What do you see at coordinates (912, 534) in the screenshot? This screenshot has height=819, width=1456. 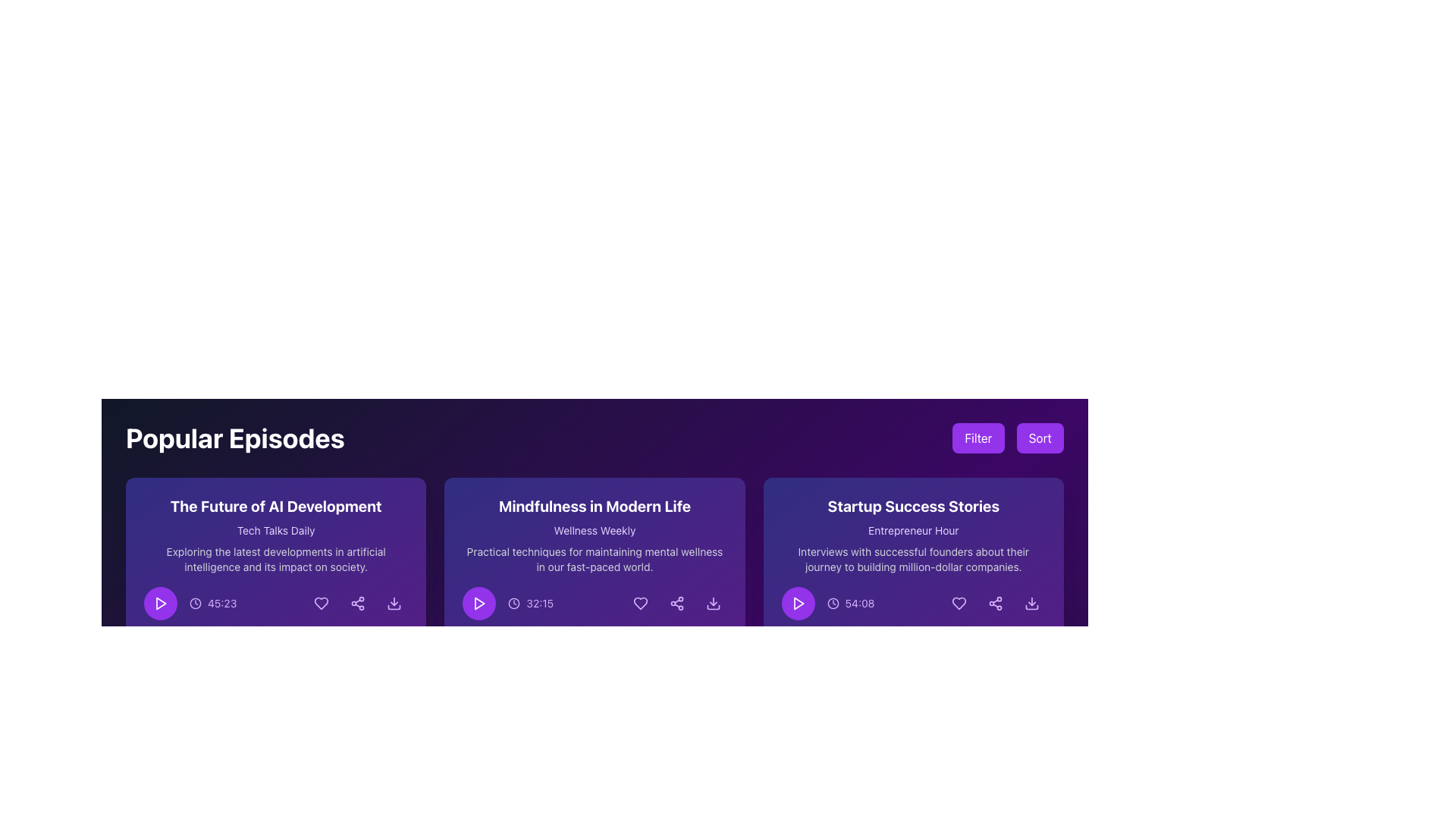 I see `the central text block titled 'Startup Success Stories' in the third card from the left in the 'Popular Episodes' section, which features a purple gradient background and contains a subtitle 'Entrepreneur Hour'` at bounding box center [912, 534].